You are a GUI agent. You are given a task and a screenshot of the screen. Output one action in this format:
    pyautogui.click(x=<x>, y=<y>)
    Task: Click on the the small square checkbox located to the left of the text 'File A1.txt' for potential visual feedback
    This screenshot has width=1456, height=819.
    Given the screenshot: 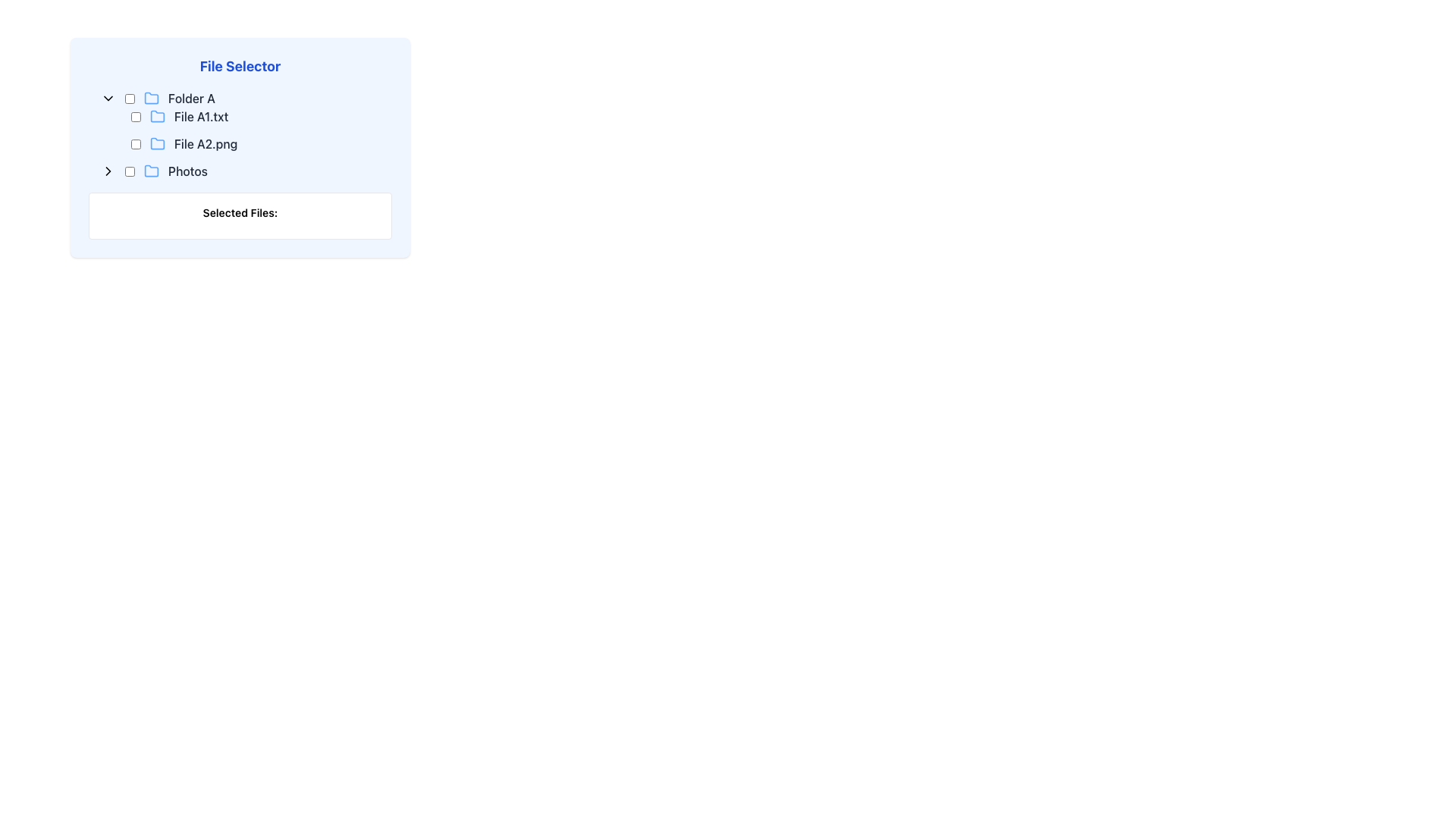 What is the action you would take?
    pyautogui.click(x=136, y=116)
    